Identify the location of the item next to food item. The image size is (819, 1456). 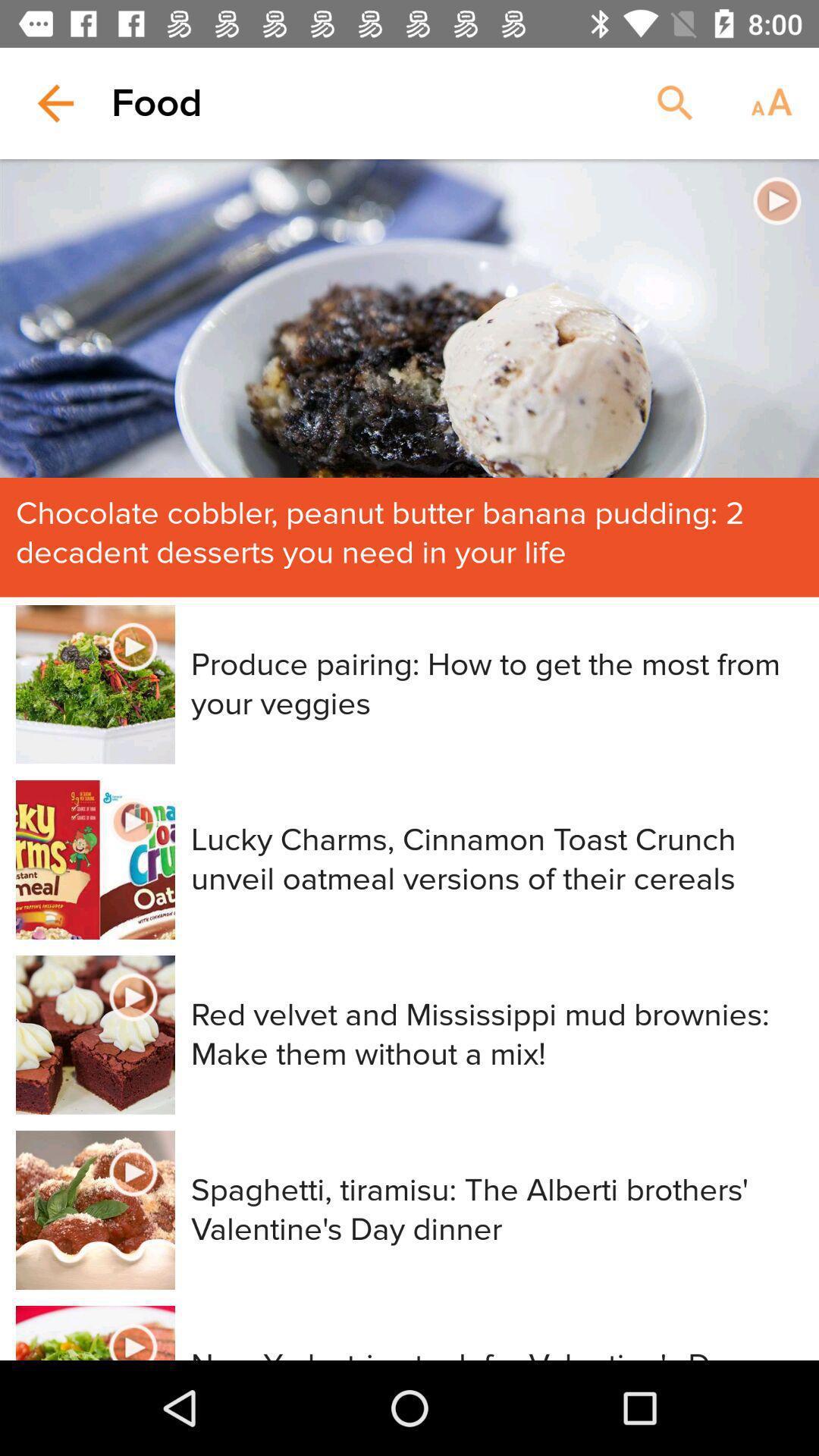
(675, 102).